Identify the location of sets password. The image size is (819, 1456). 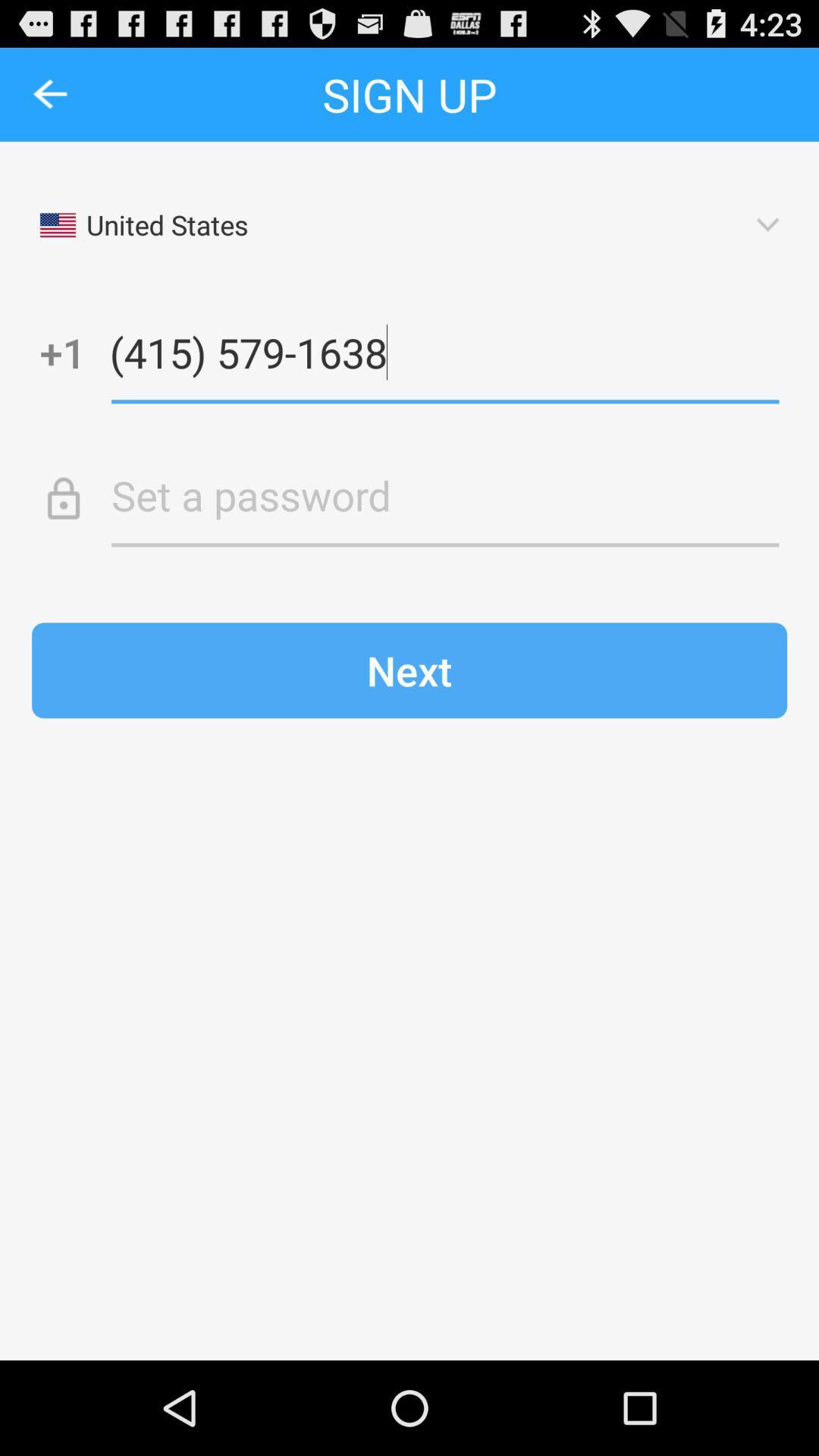
(444, 495).